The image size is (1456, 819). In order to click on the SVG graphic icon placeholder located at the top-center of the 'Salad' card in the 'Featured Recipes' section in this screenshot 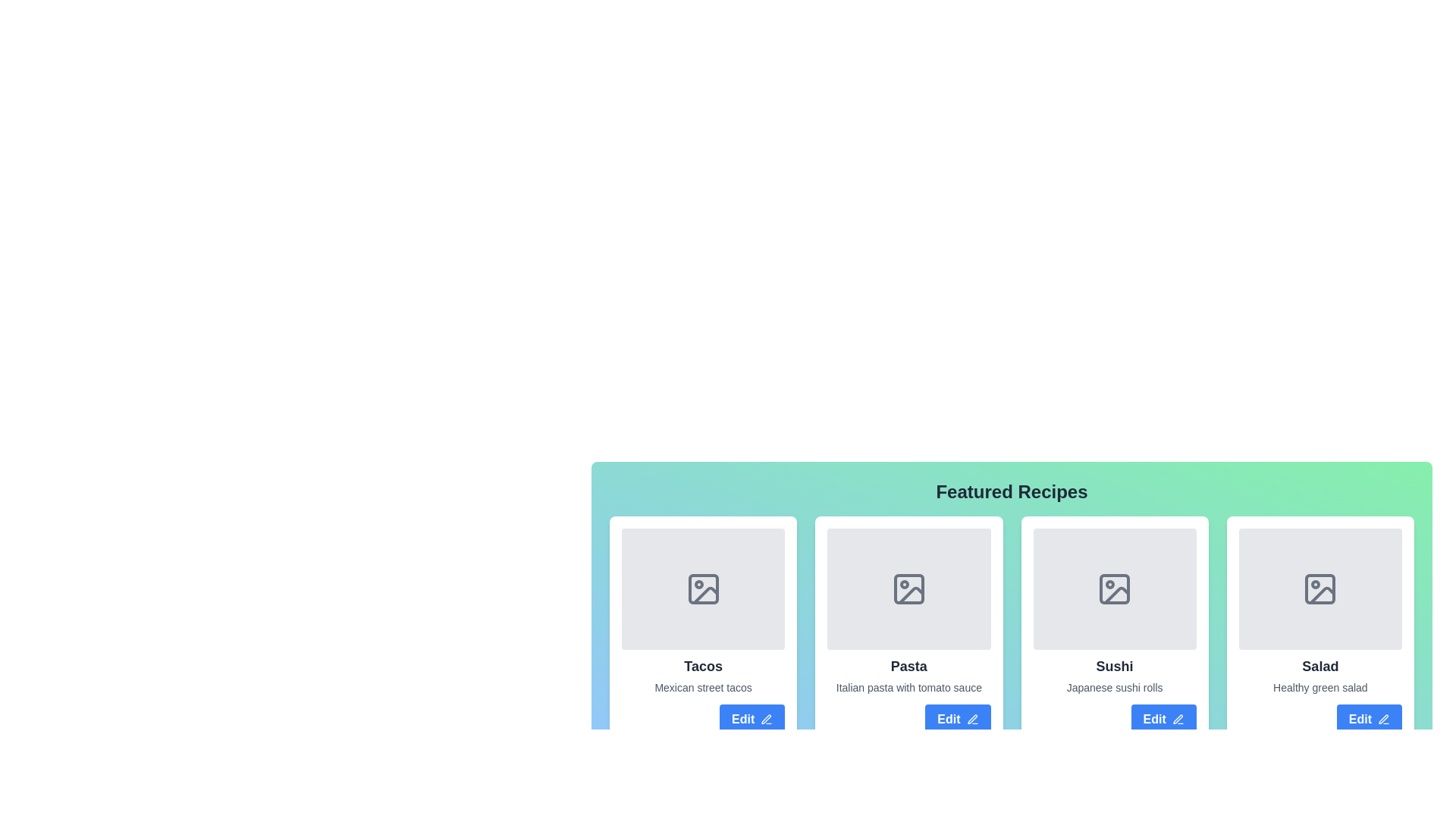, I will do `click(1319, 588)`.